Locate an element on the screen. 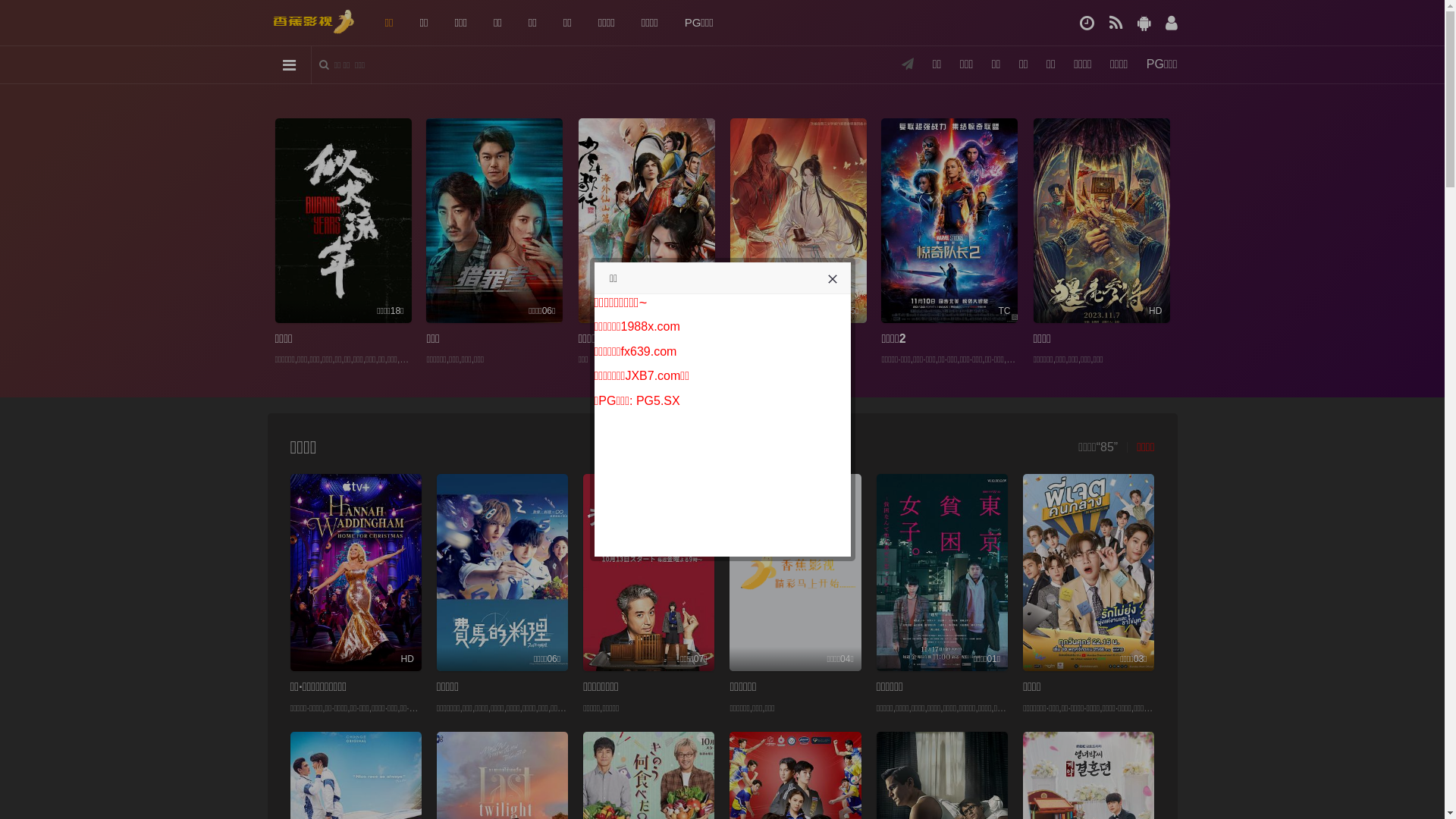  'PG5.SX' is located at coordinates (658, 400).